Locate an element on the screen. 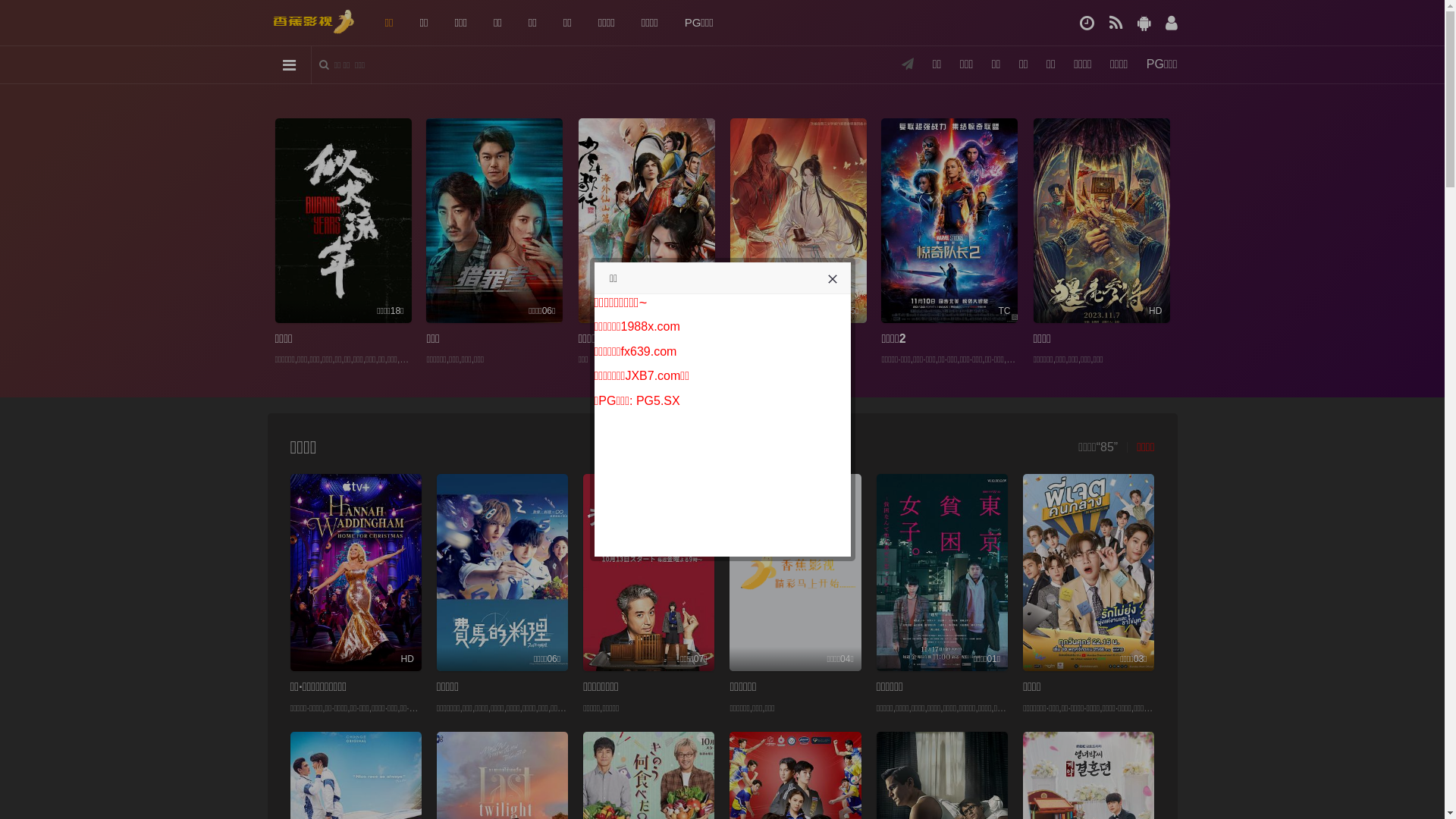  'PG5.SX' is located at coordinates (658, 400).